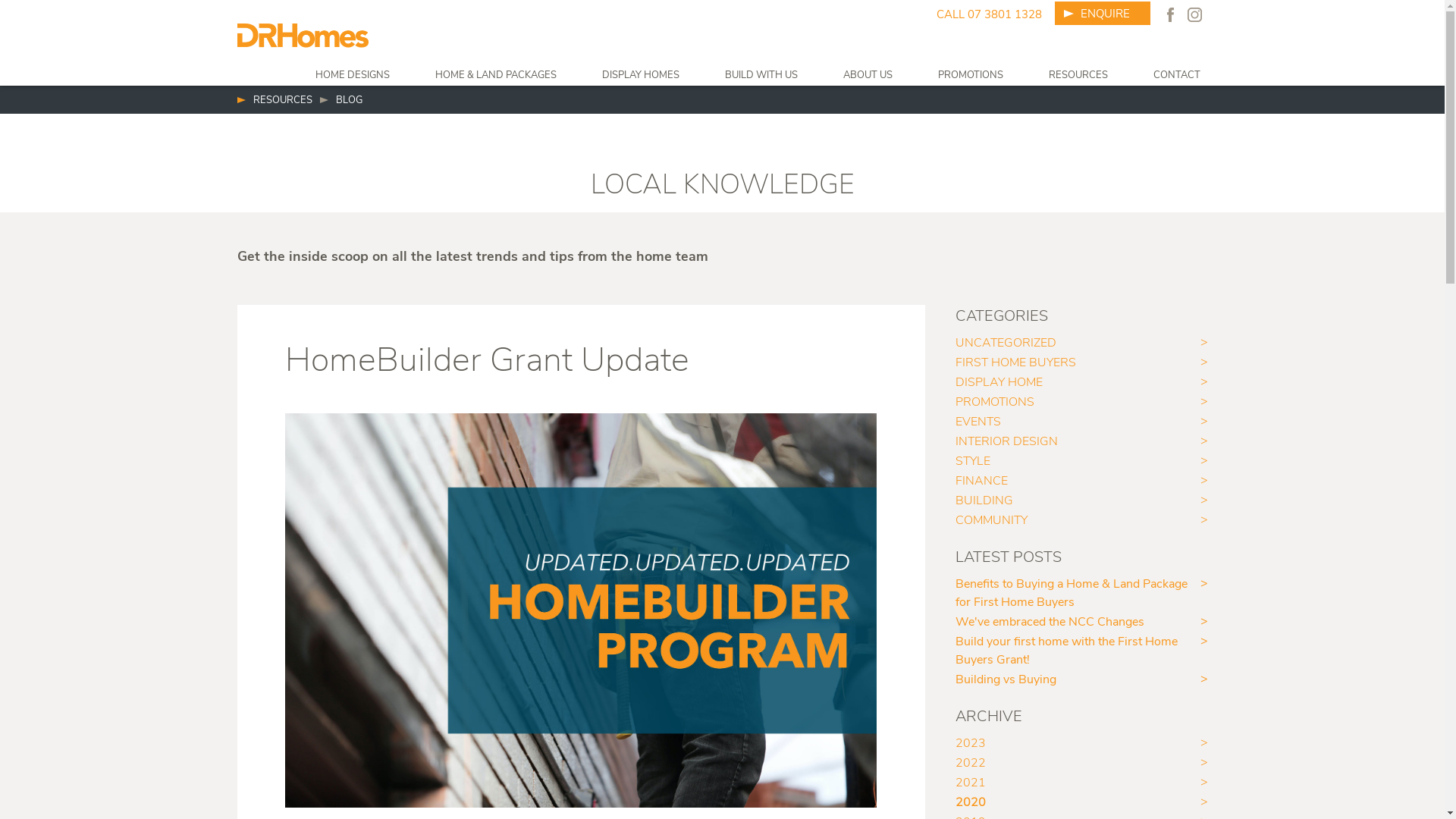  Describe the element at coordinates (1080, 441) in the screenshot. I see `'INTERIOR DESIGN'` at that location.